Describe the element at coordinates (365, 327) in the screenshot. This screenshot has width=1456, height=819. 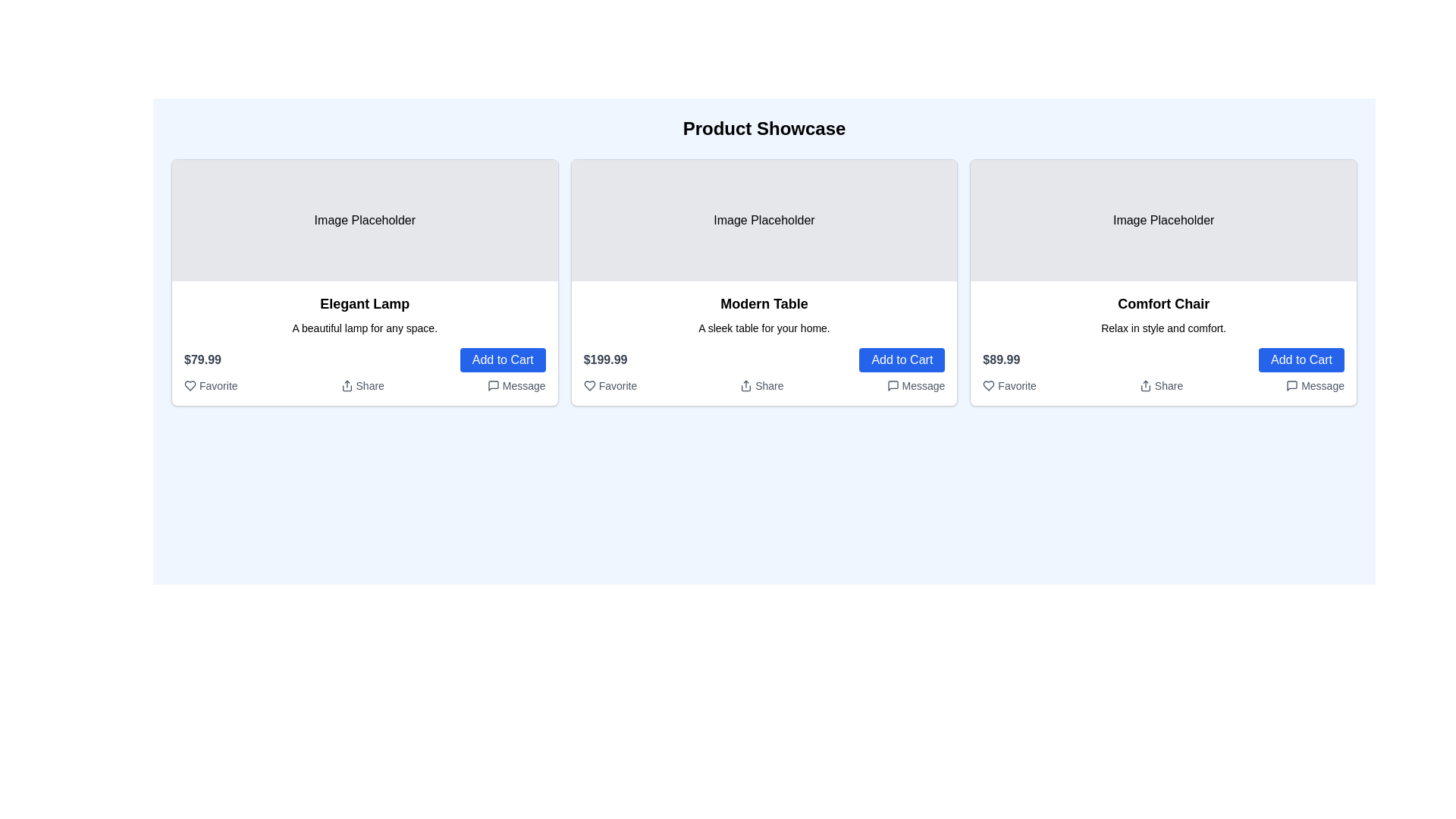
I see `the static text label that reads 'A beautiful lamp for any space.', which is located directly beneath the product title 'Elegant Lamp'` at that location.